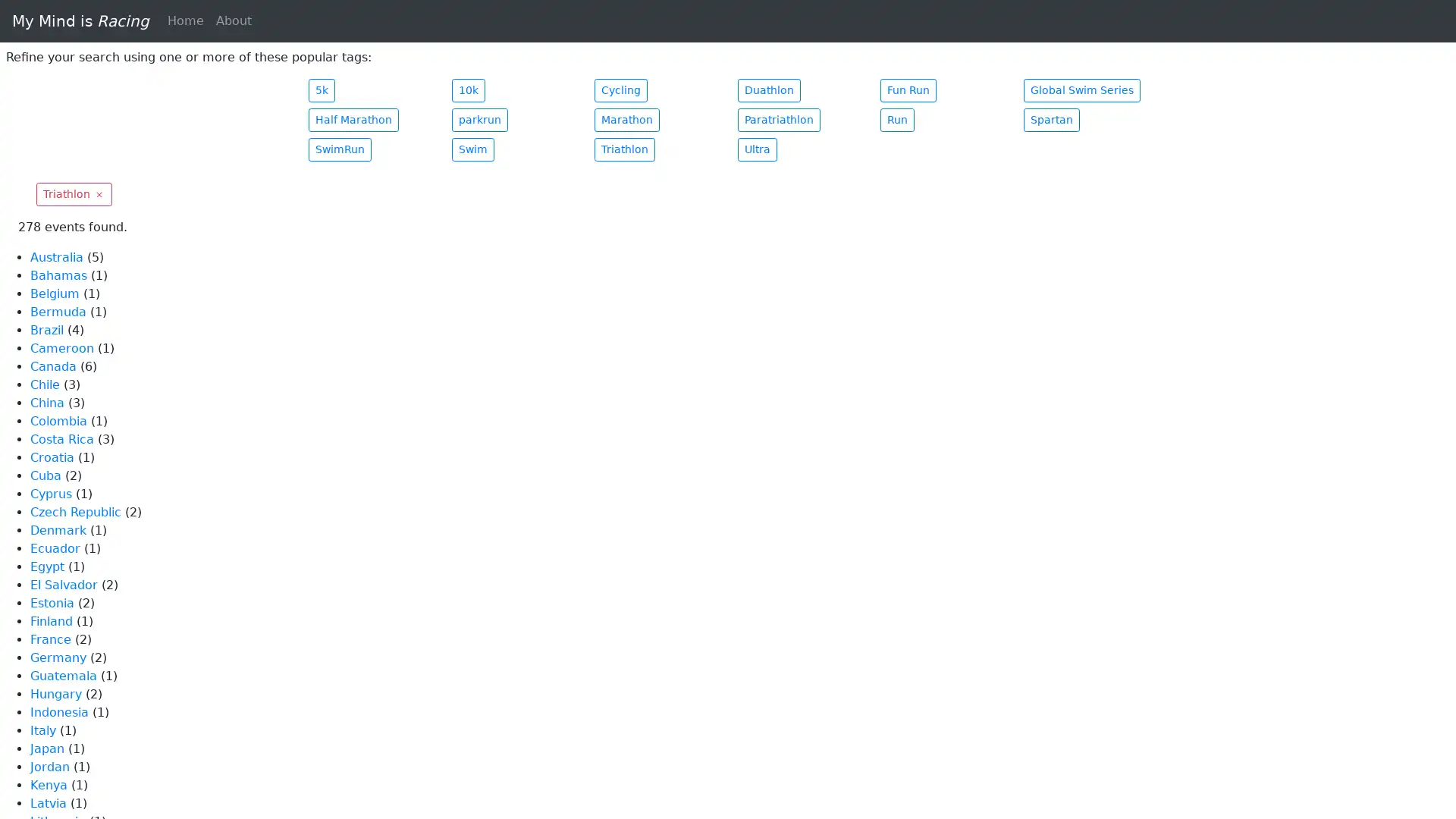 Image resolution: width=1456 pixels, height=819 pixels. What do you see at coordinates (353, 119) in the screenshot?
I see `Half Marathon` at bounding box center [353, 119].